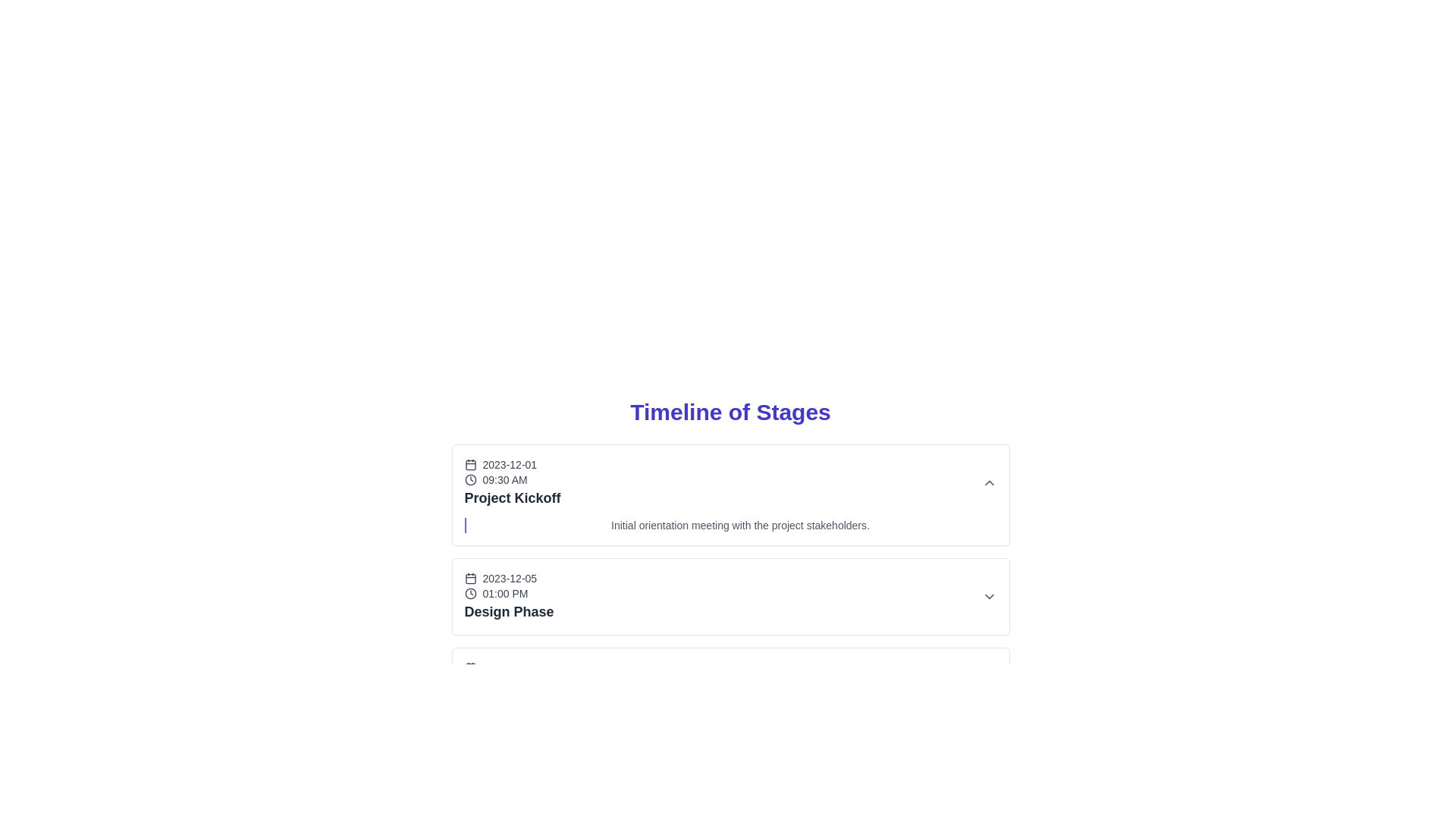 The width and height of the screenshot is (1456, 819). Describe the element at coordinates (469, 579) in the screenshot. I see `the small calendar icon that is positioned to the left of the '2023-12-05' text block, aligning horizontally with the date text in the second timeline entry` at that location.